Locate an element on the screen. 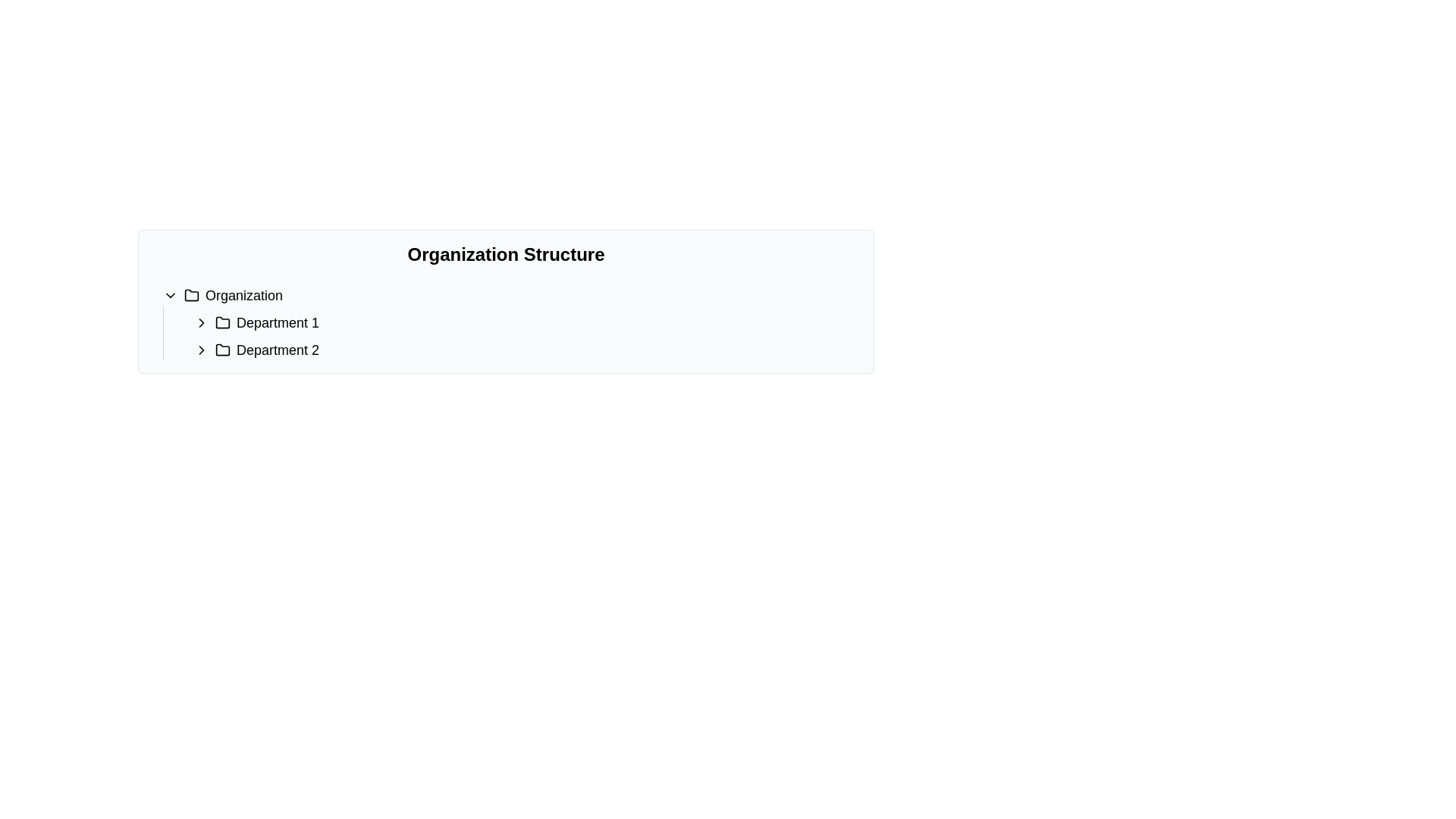 The height and width of the screenshot is (819, 1456). the static text label 'Department 1' which is styled with a larger font size and located next to a folder icon in the collapsible tree structure under the 'Organization' category is located at coordinates (278, 322).